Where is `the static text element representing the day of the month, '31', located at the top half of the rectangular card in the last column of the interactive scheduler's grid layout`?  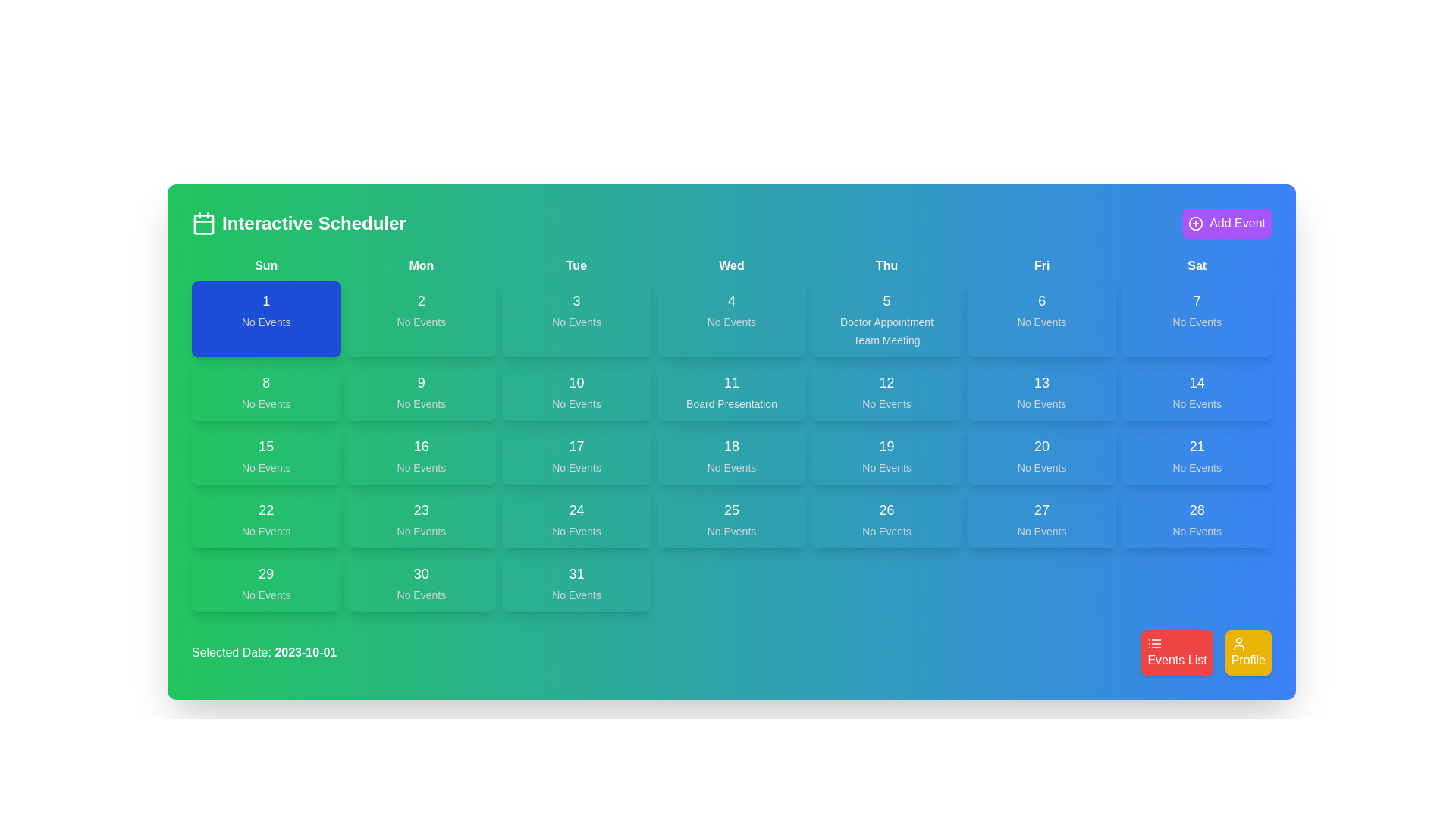
the static text element representing the day of the month, '31', located at the top half of the rectangular card in the last column of the interactive scheduler's grid layout is located at coordinates (576, 573).